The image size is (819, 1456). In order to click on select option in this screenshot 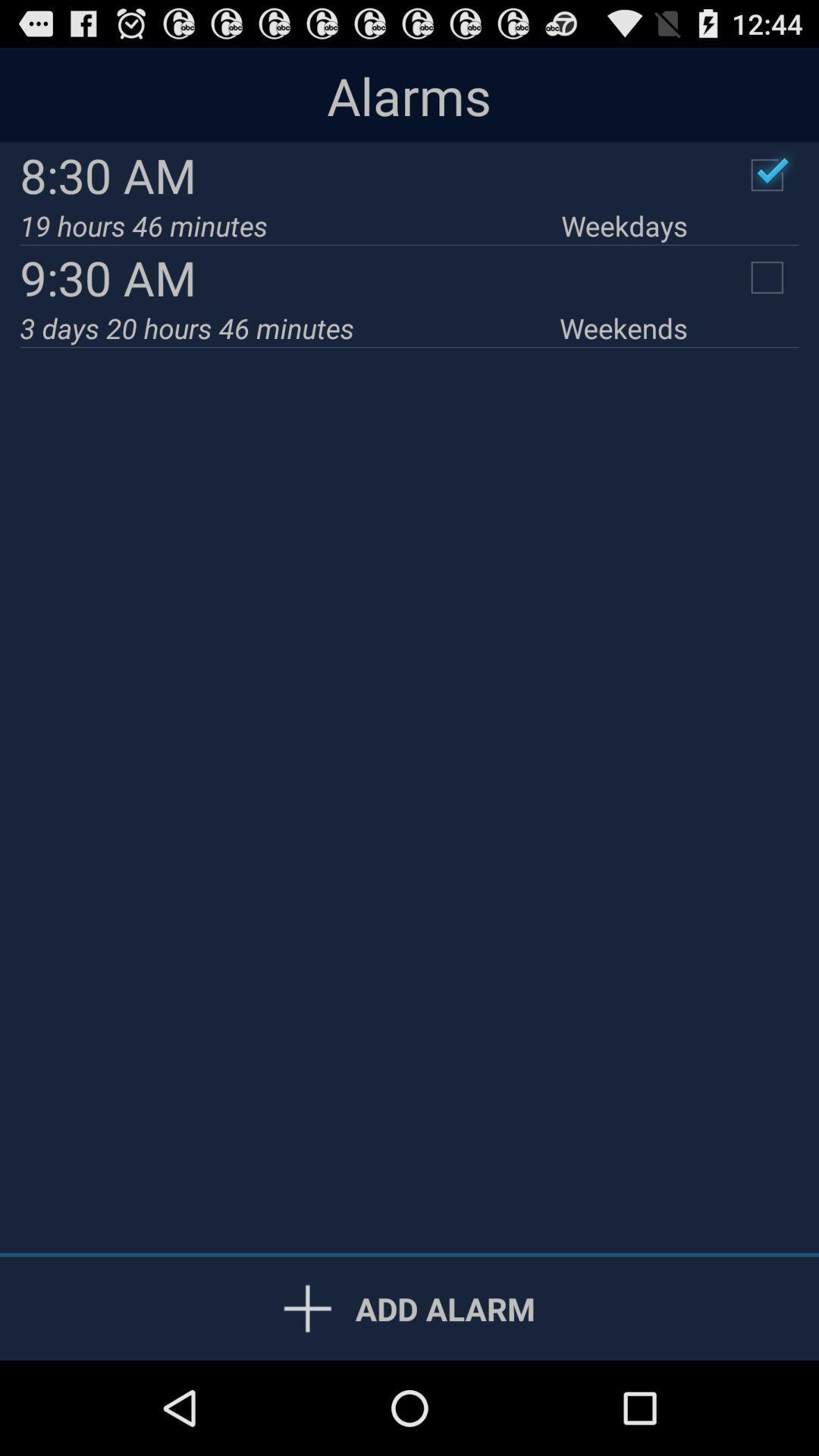, I will do `click(767, 174)`.